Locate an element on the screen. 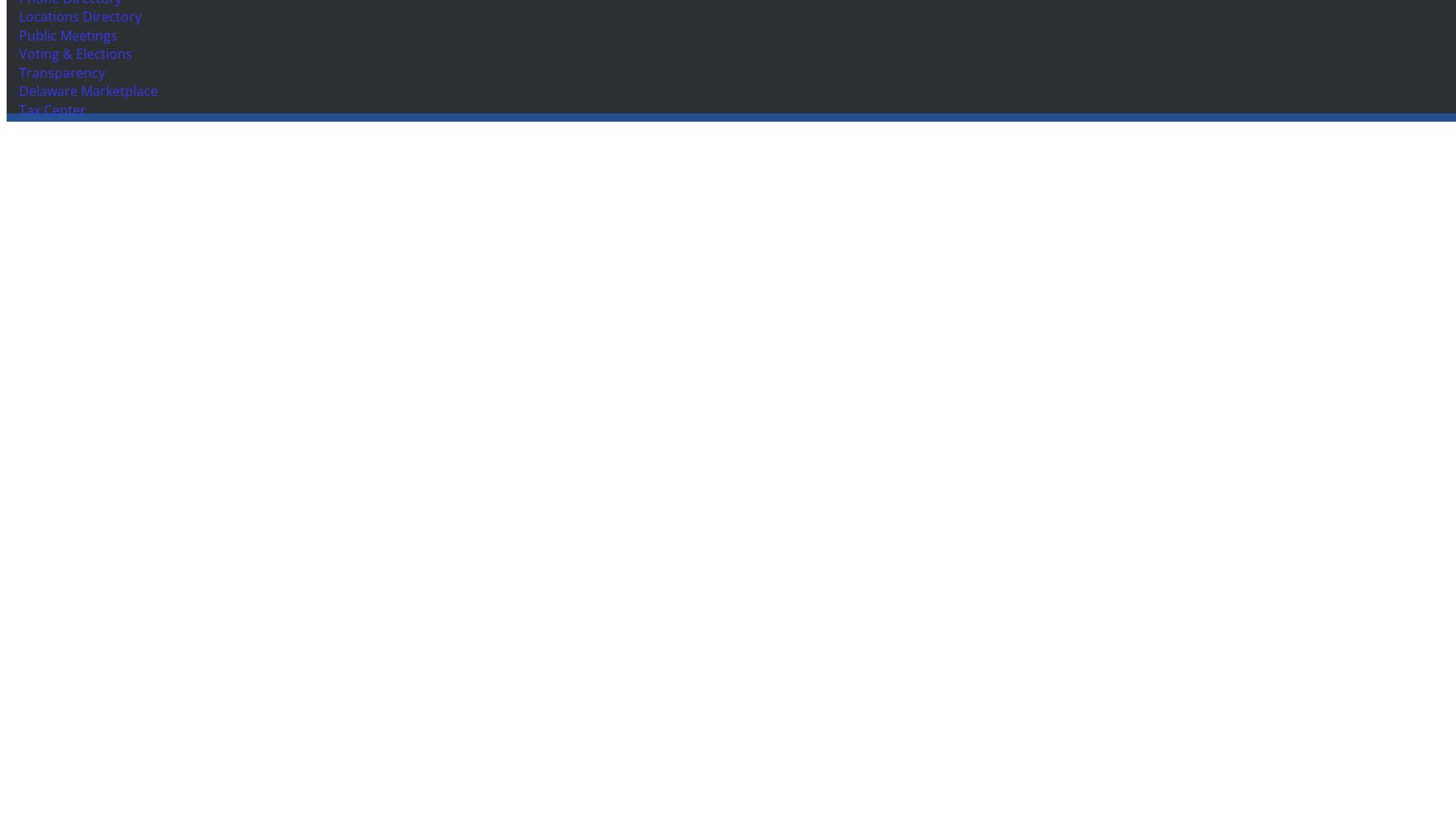 The width and height of the screenshot is (1456, 836). 'Withholding Tax' is located at coordinates (65, 271).